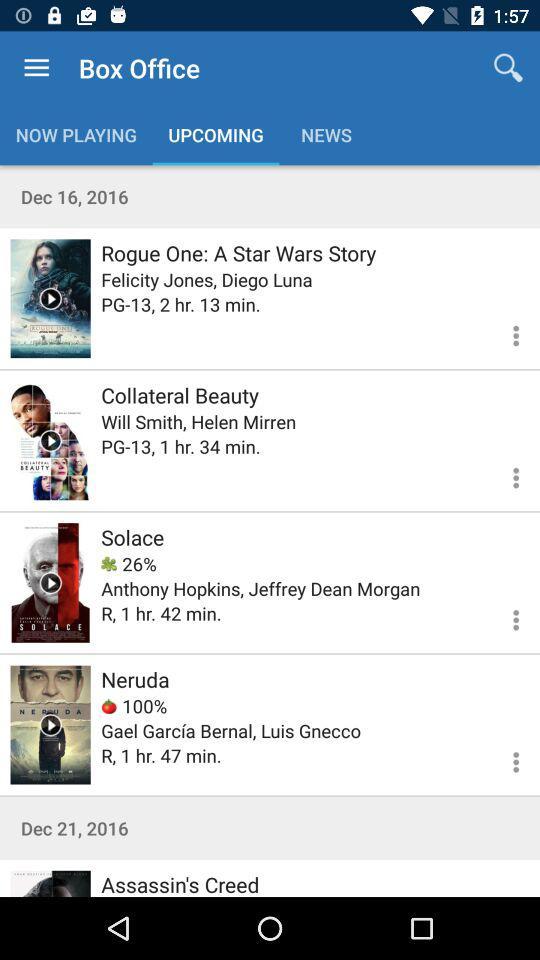  I want to click on more details, so click(503, 475).